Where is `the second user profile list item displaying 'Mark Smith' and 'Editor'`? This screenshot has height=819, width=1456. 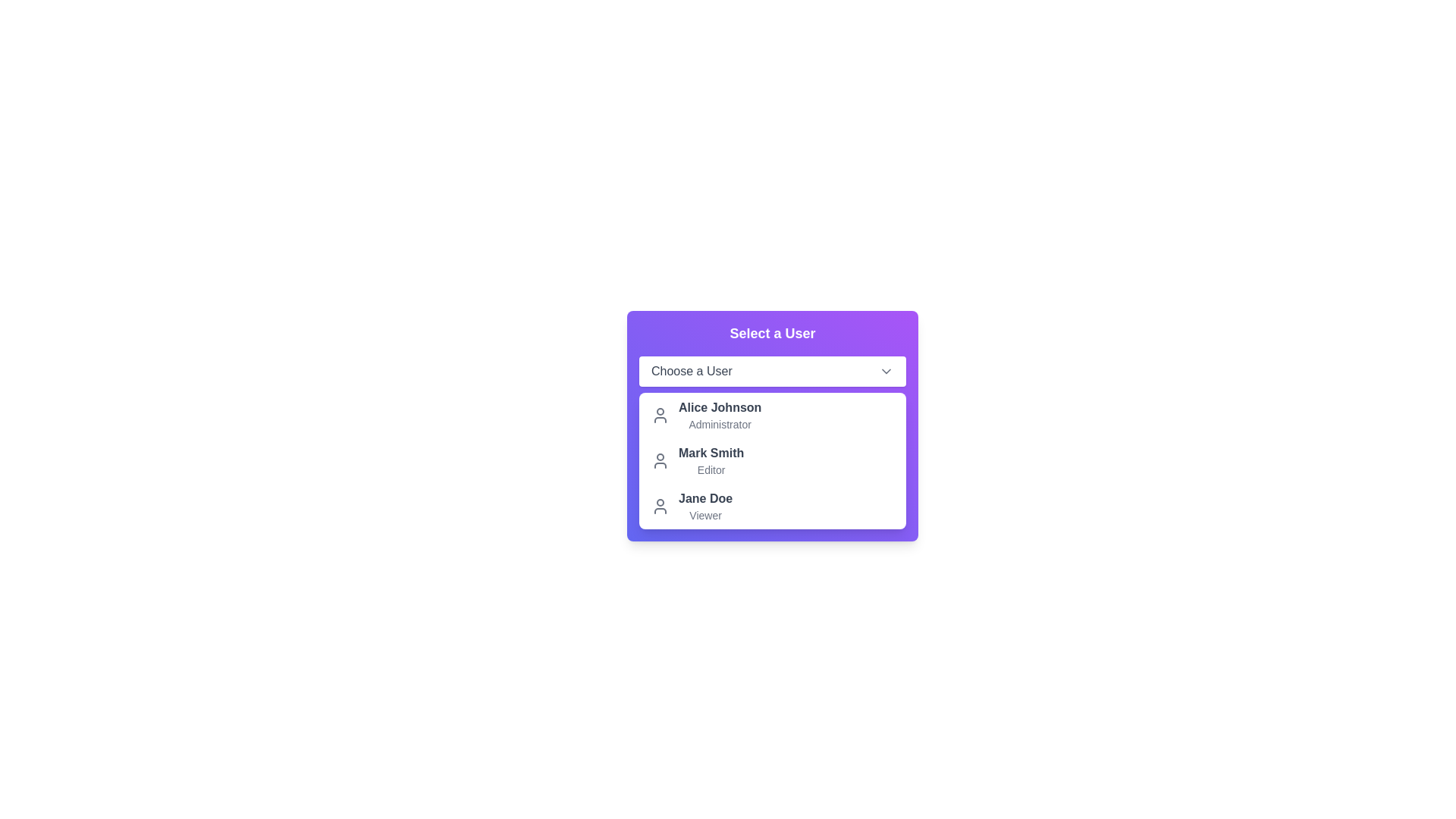
the second user profile list item displaying 'Mark Smith' and 'Editor' is located at coordinates (697, 460).